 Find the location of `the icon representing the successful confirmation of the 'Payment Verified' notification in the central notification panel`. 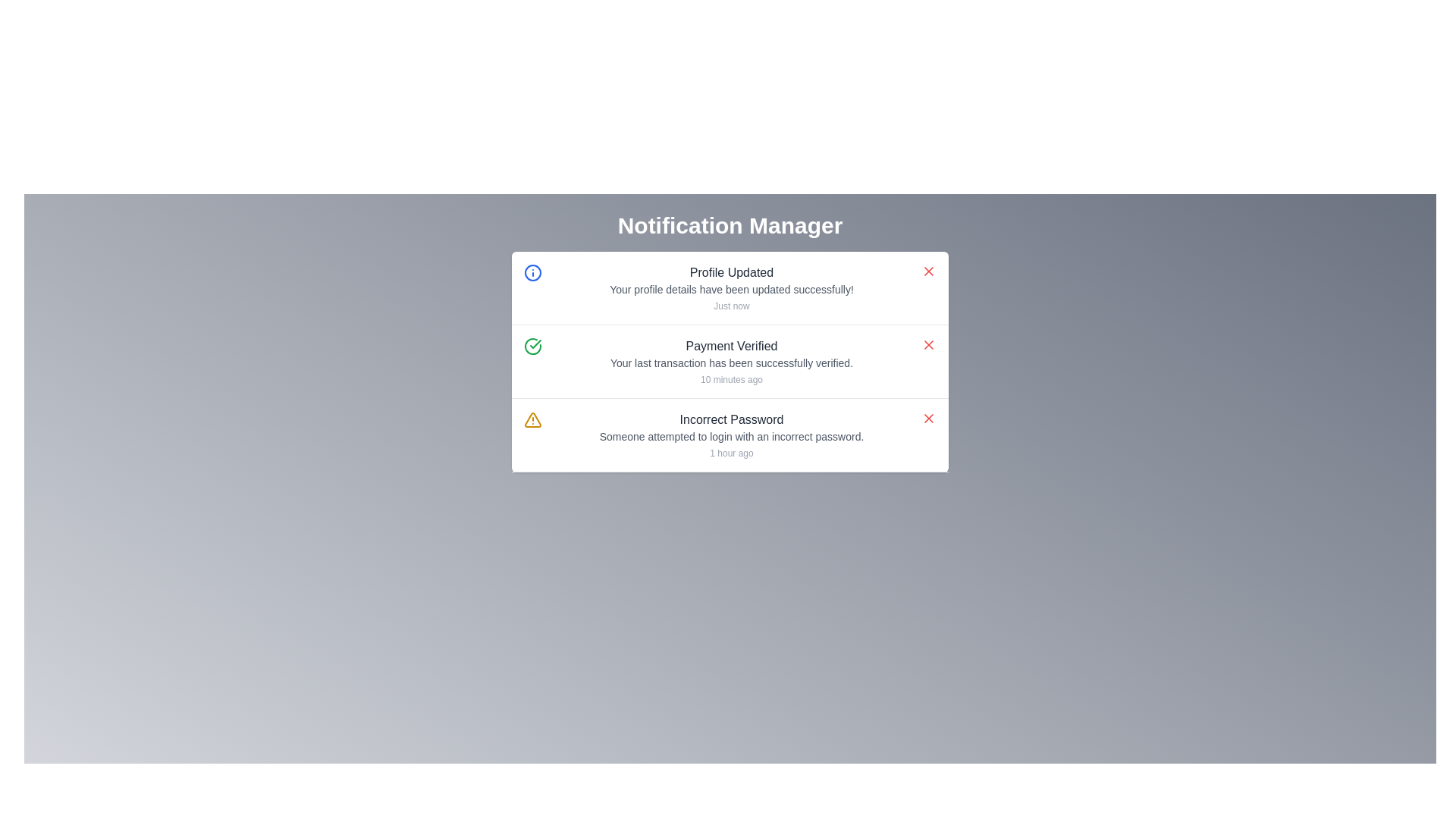

the icon representing the successful confirmation of the 'Payment Verified' notification in the central notification panel is located at coordinates (535, 344).